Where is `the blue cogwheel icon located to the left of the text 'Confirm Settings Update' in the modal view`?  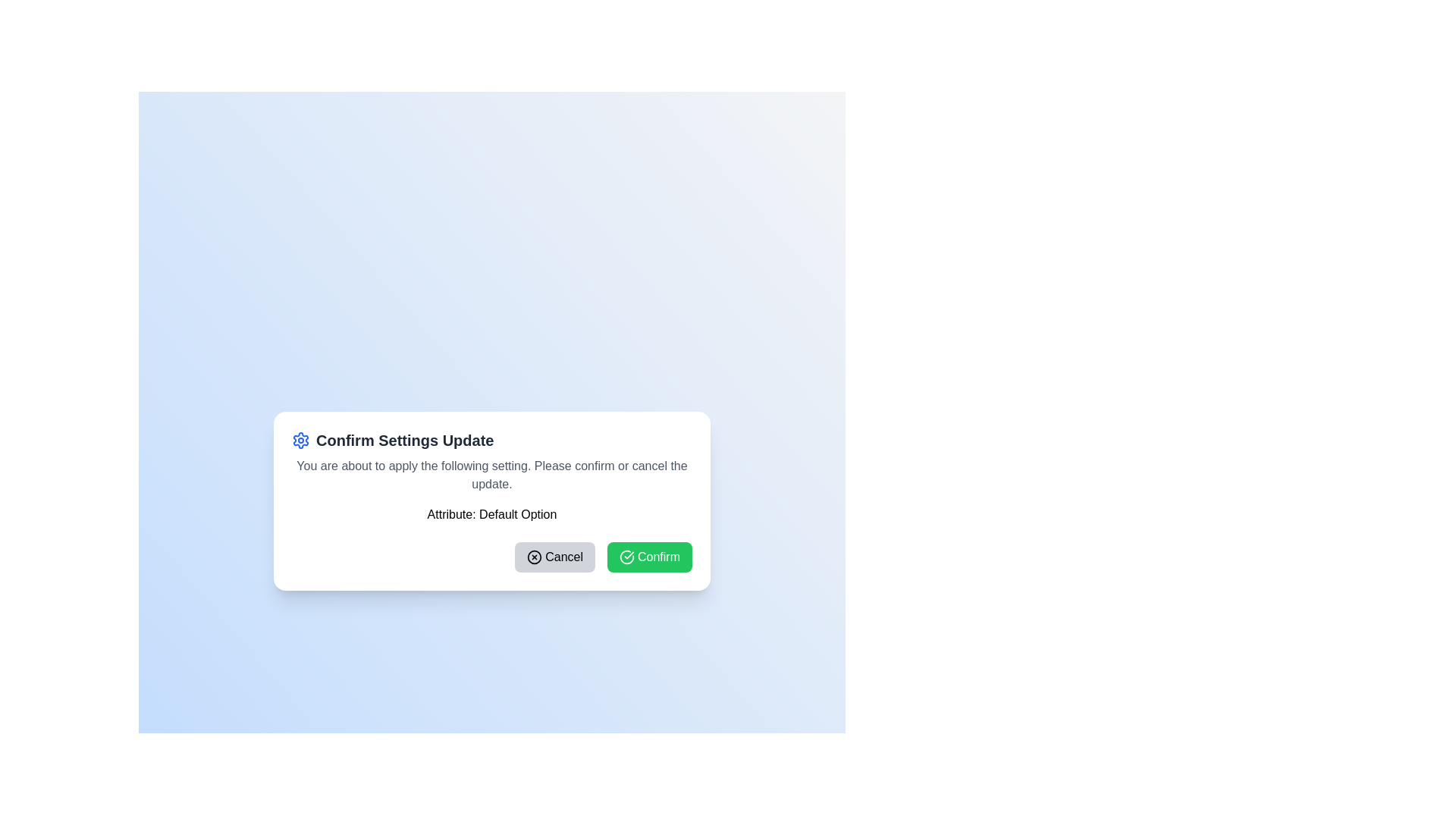 the blue cogwheel icon located to the left of the text 'Confirm Settings Update' in the modal view is located at coordinates (301, 441).